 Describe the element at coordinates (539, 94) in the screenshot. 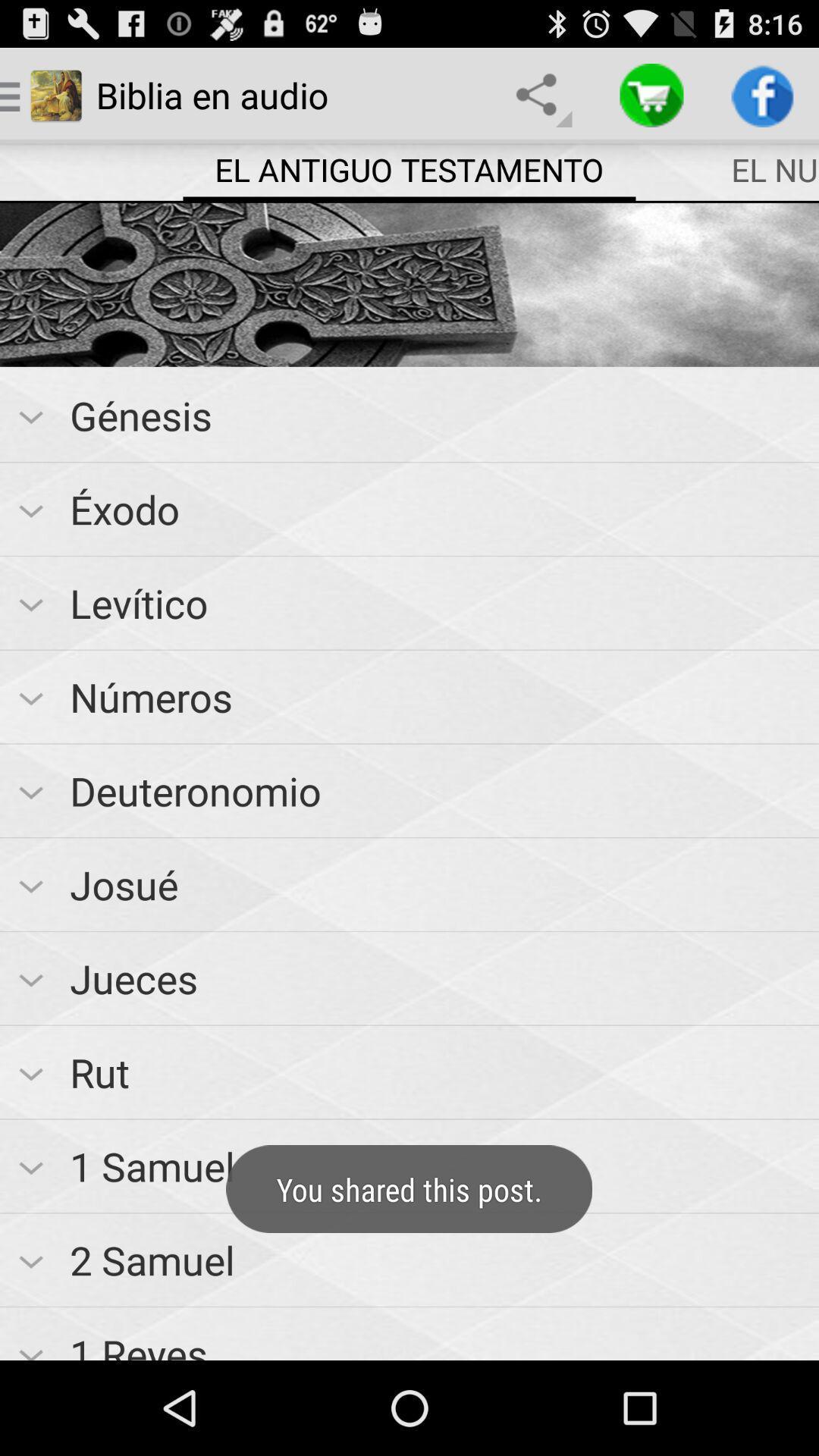

I see `item next to biblia en audio item` at that location.